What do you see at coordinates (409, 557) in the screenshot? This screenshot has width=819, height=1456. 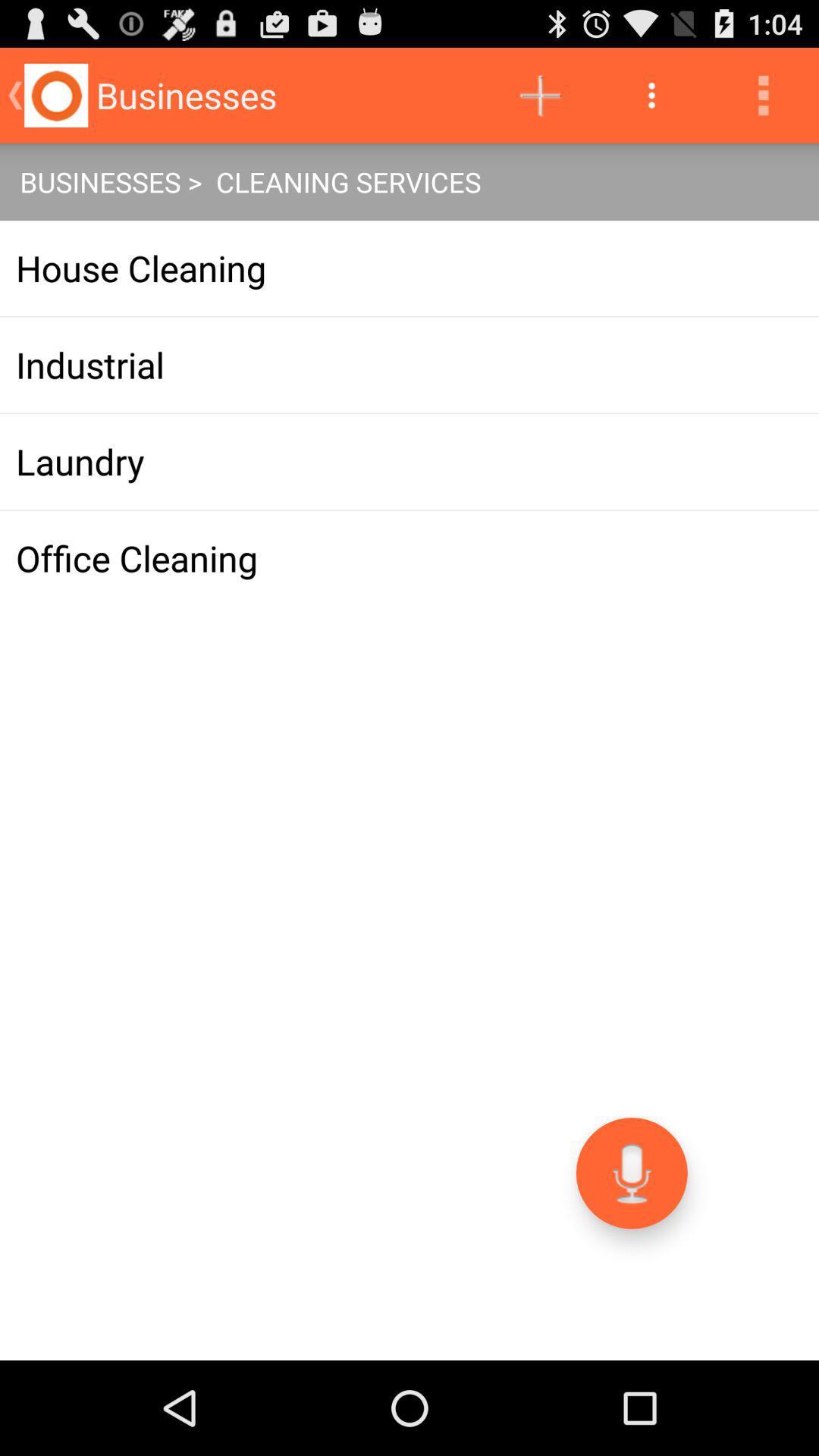 I see `office cleaning` at bounding box center [409, 557].